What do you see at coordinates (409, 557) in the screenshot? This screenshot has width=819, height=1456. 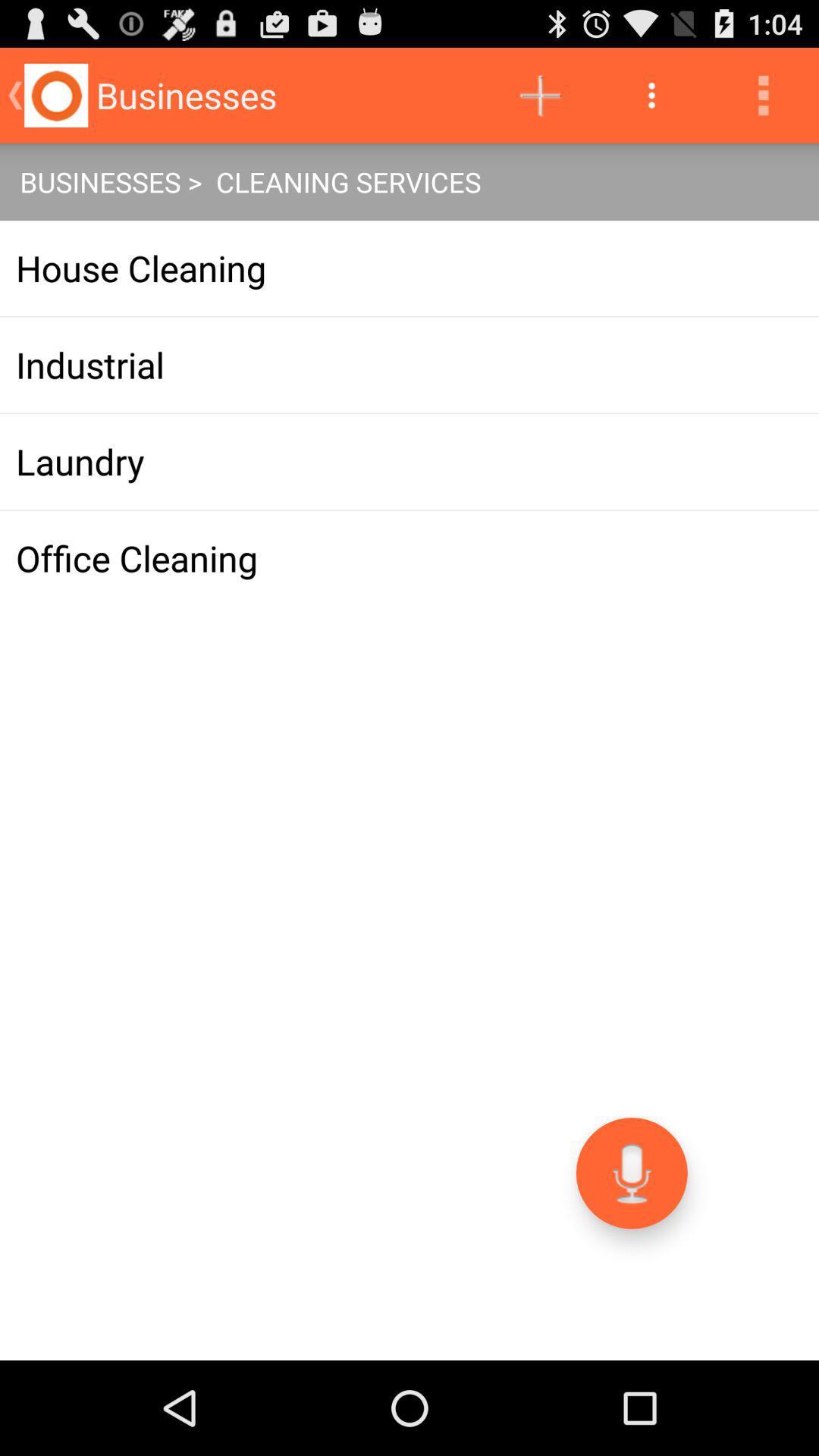 I see `office cleaning` at bounding box center [409, 557].